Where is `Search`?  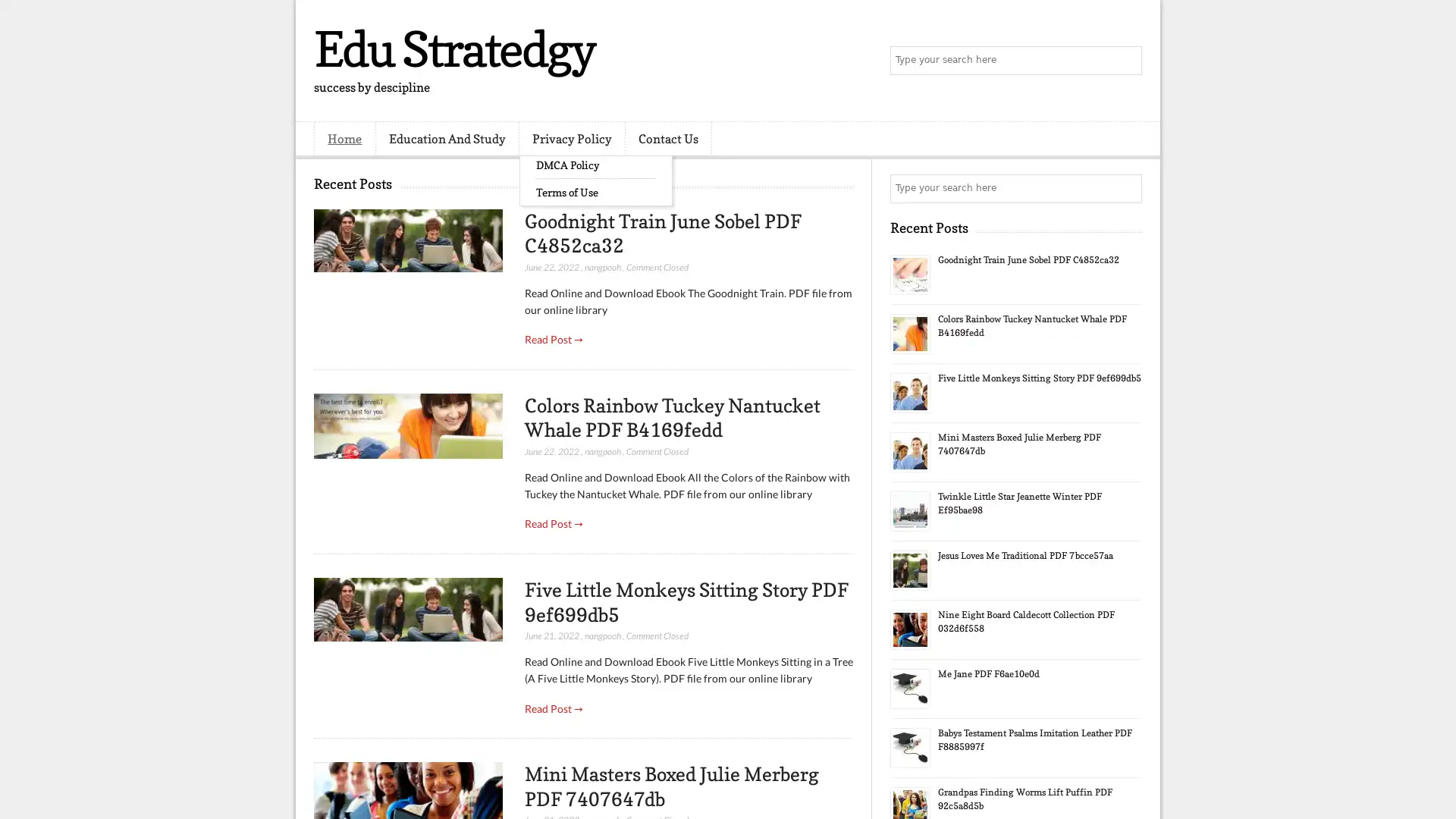
Search is located at coordinates (1126, 188).